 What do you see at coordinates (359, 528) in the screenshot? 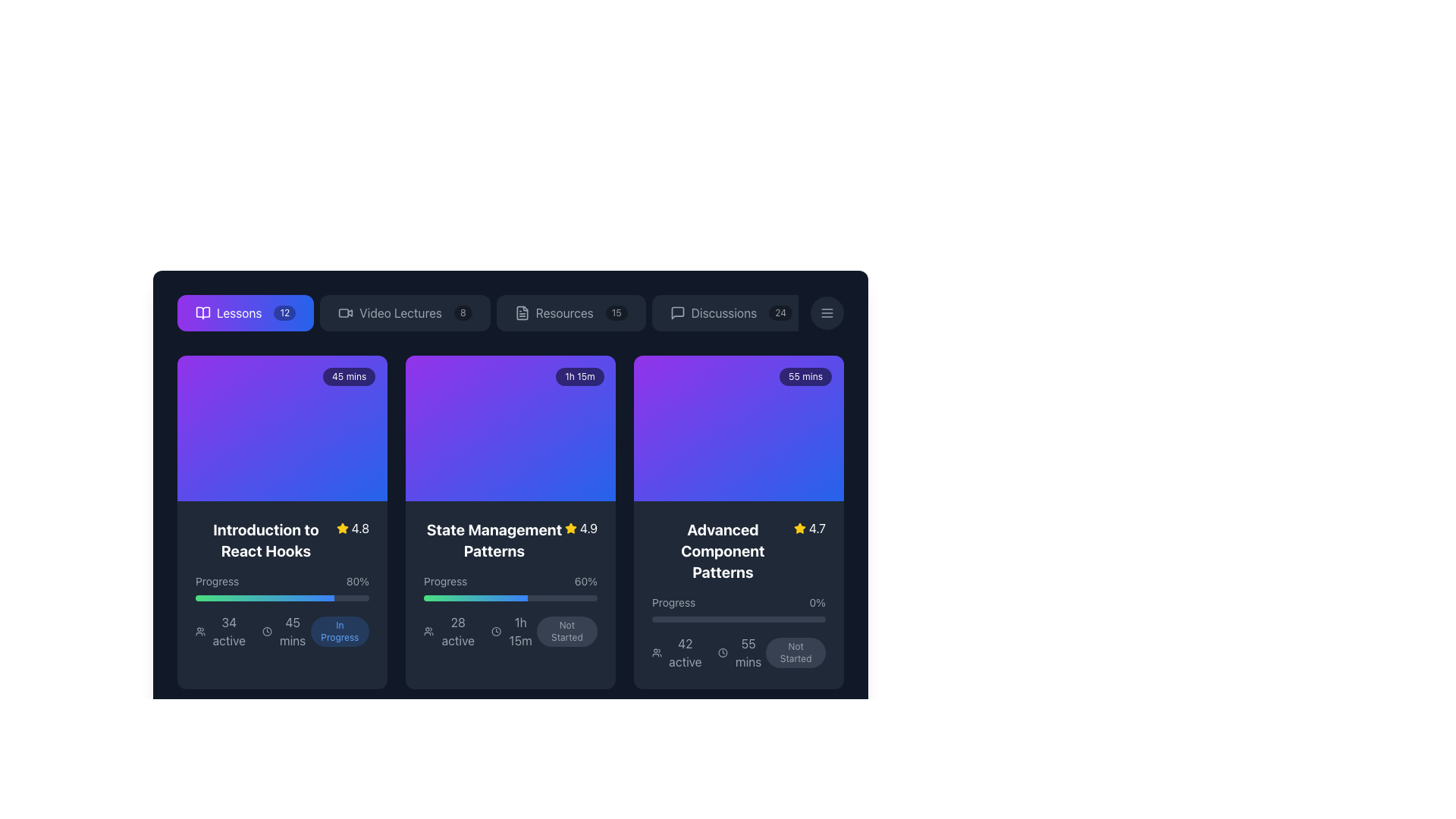
I see `rating displayed in the numerical text '4.8' located at the bottom right corner of the 'Introduction to React Hooks' lesson card, next to the yellow star icon` at bounding box center [359, 528].